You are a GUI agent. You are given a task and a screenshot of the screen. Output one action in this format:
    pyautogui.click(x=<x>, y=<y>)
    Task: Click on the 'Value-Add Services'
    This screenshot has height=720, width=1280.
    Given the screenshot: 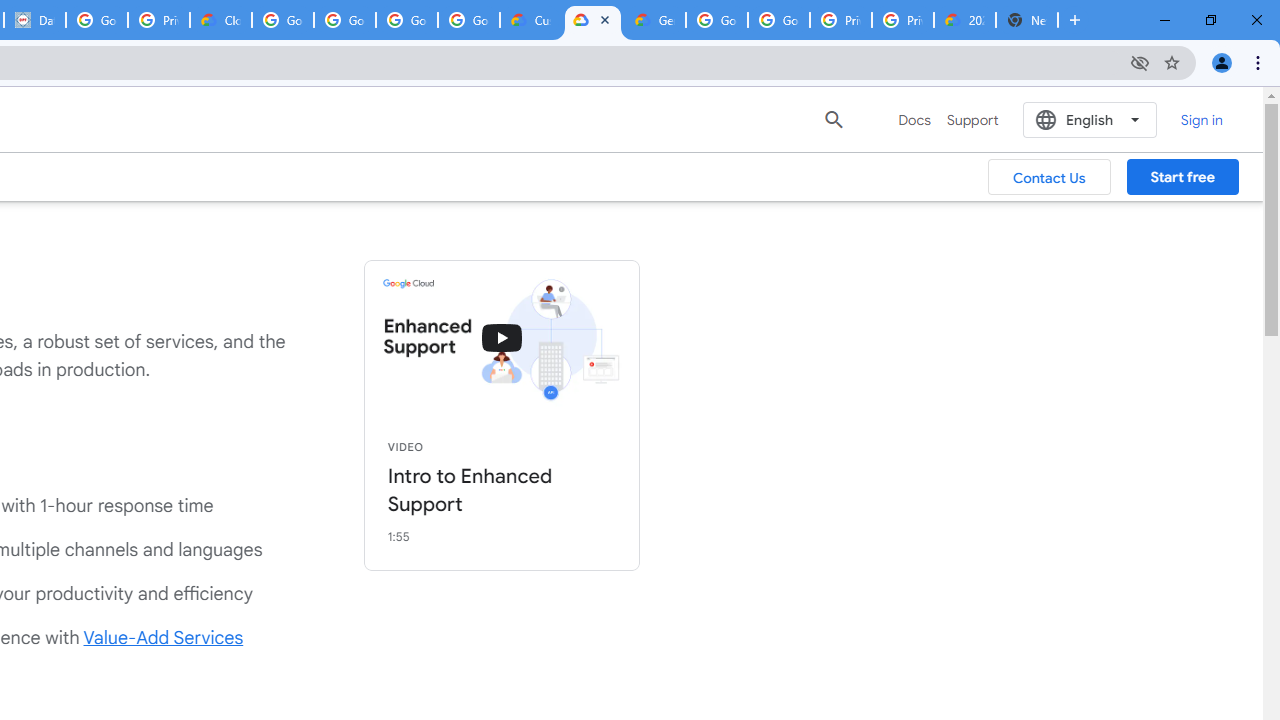 What is the action you would take?
    pyautogui.click(x=163, y=637)
    